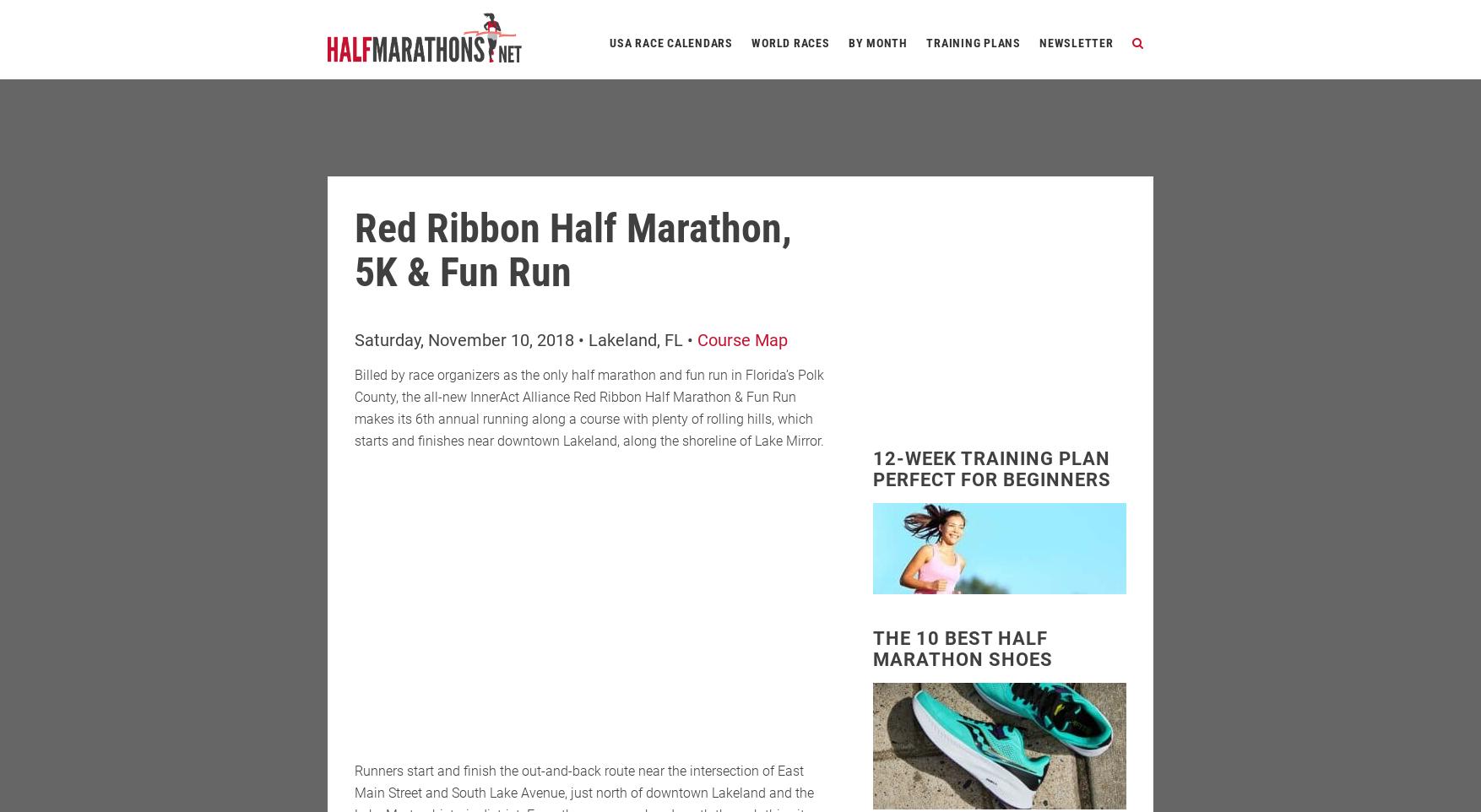  Describe the element at coordinates (789, 42) in the screenshot. I see `'World Races'` at that location.